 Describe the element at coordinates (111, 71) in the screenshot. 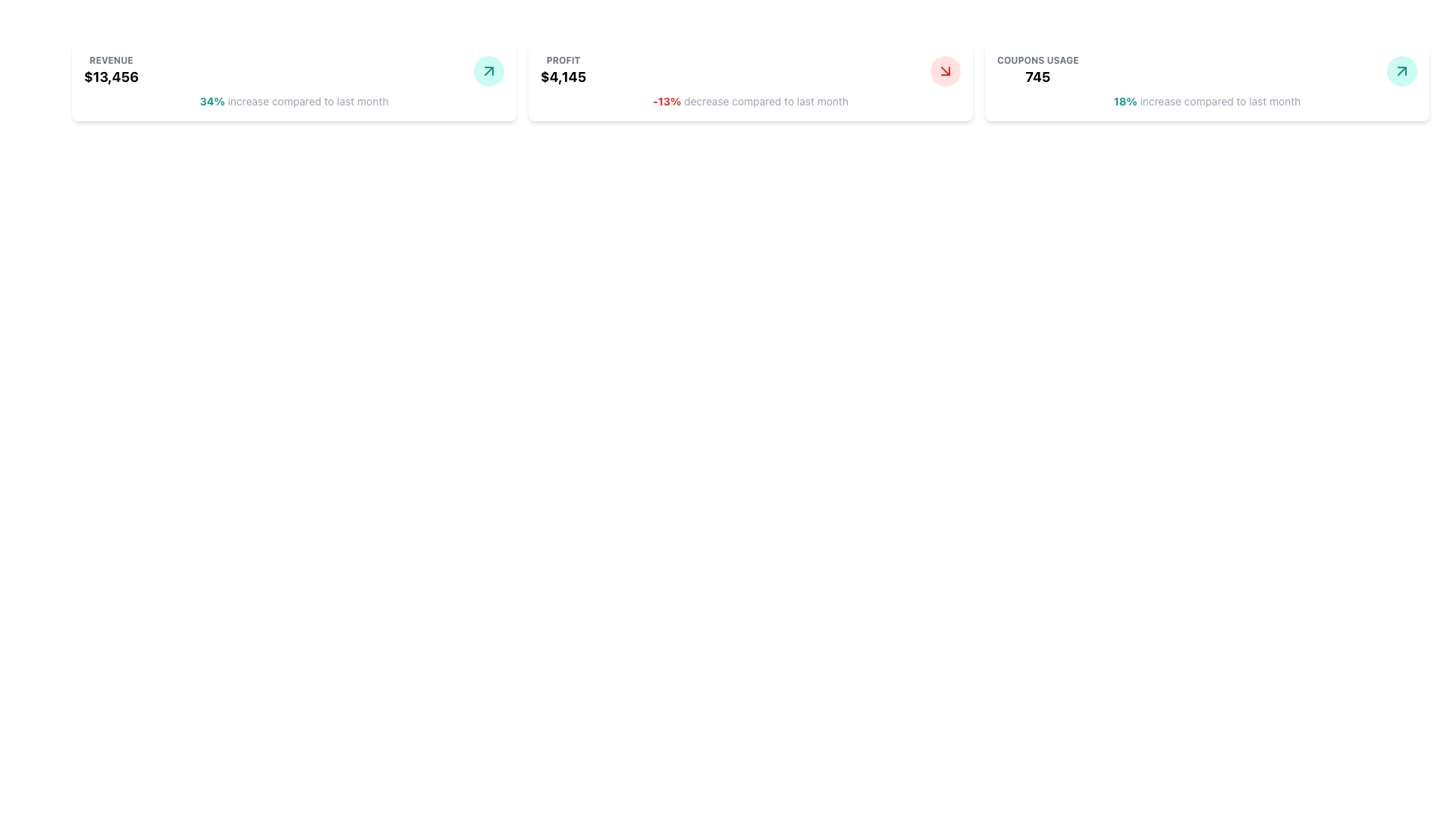

I see `the text block displaying the financial metric related to revenue, located above the numeric value '$13,456'` at that location.